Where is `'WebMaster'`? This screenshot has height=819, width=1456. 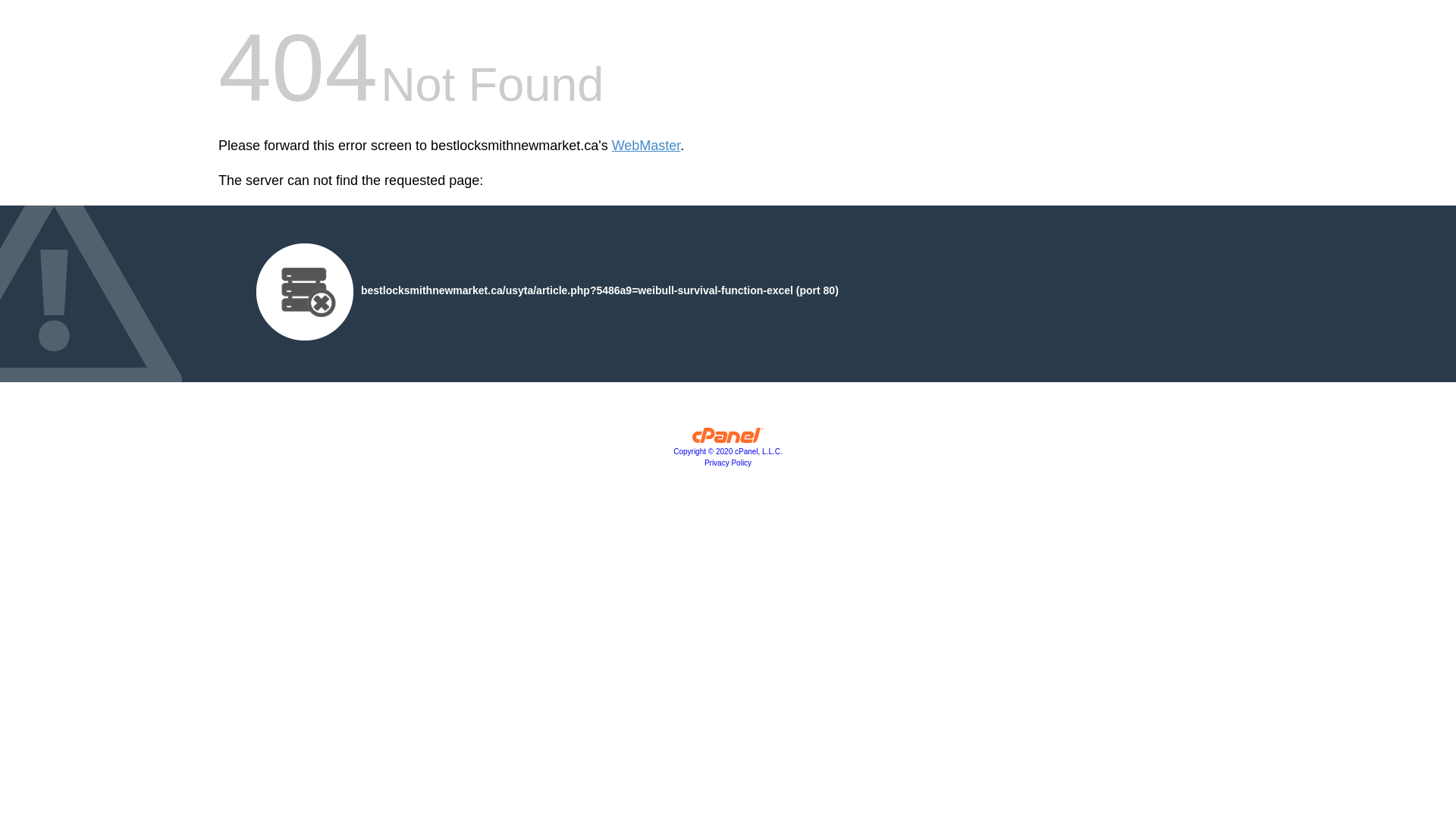 'WebMaster' is located at coordinates (646, 146).